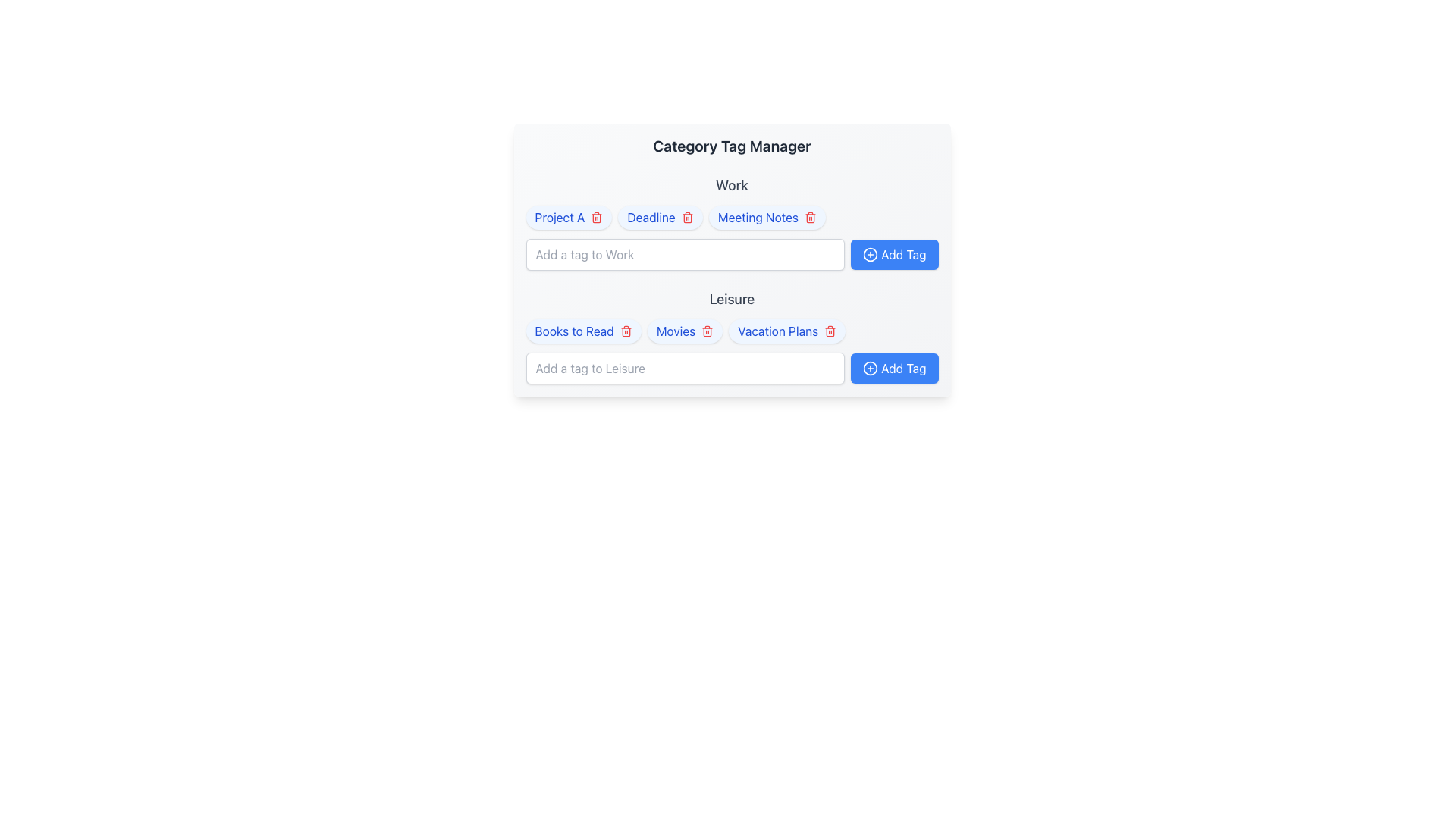  What do you see at coordinates (778, 330) in the screenshot?
I see `text content of the text label displaying 'Vacation Plans', which is styled with a blue font color and located under the 'Leisure' section` at bounding box center [778, 330].